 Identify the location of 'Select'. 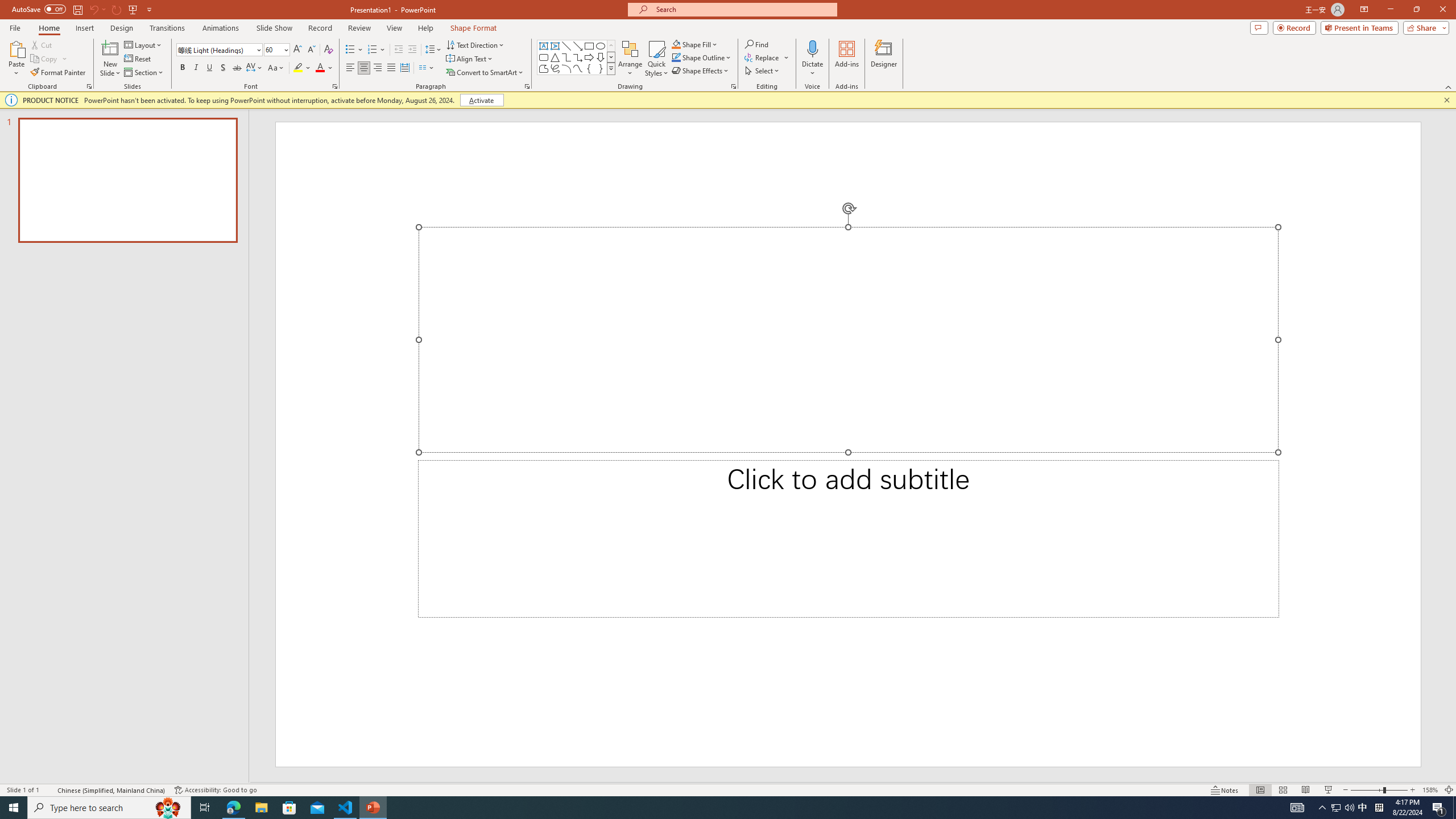
(763, 69).